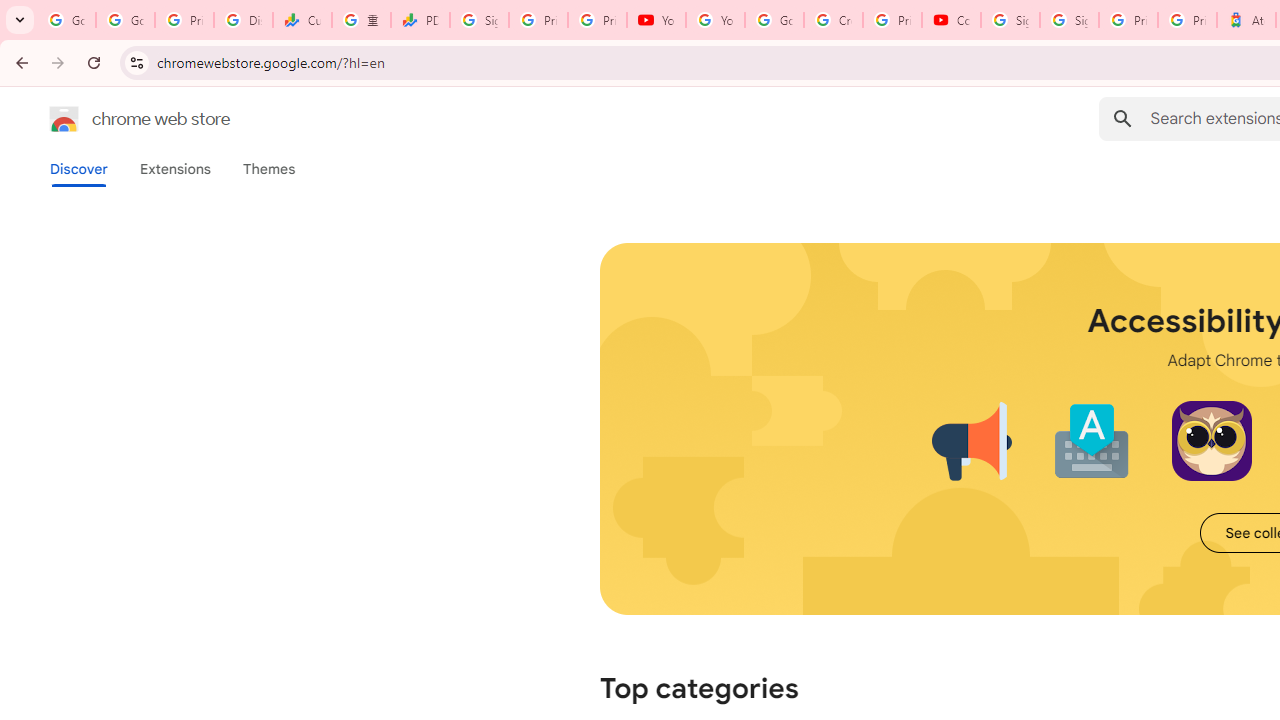  Describe the element at coordinates (596, 20) in the screenshot. I see `'Privacy Checkup'` at that location.